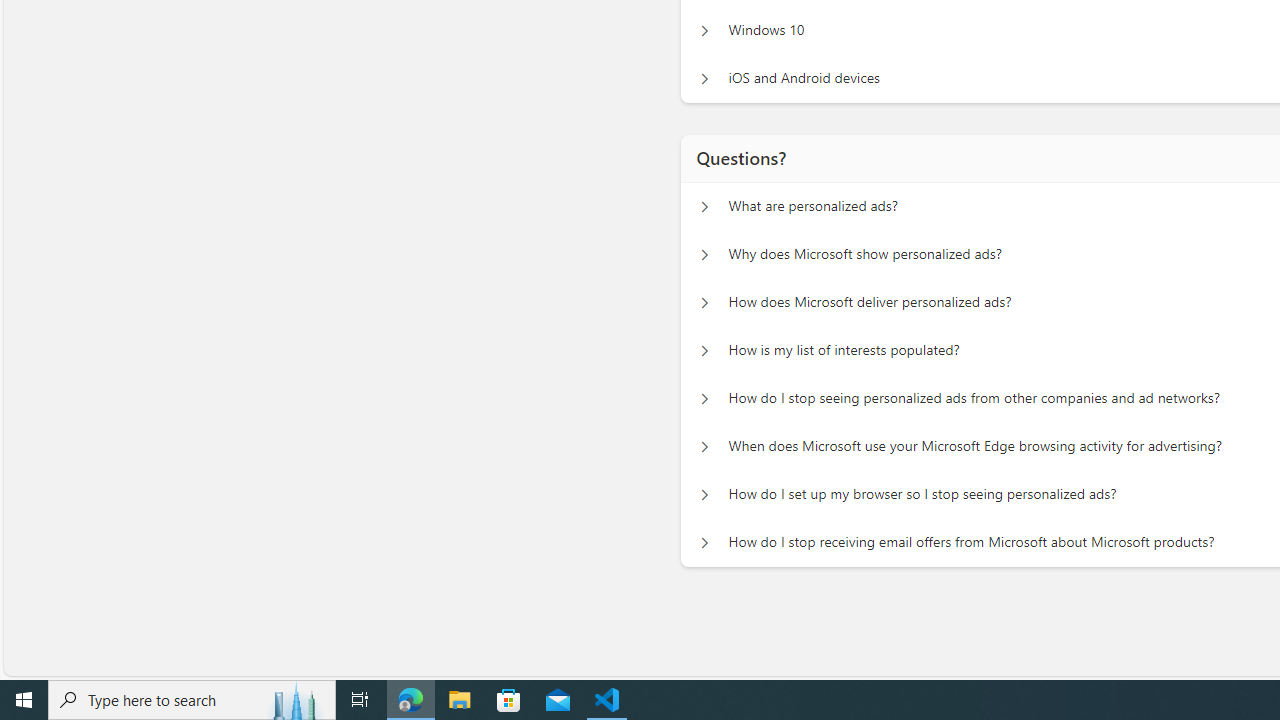 Image resolution: width=1280 pixels, height=720 pixels. Describe the element at coordinates (704, 30) in the screenshot. I see `'Manage personalized ads on your device Windows 10'` at that location.